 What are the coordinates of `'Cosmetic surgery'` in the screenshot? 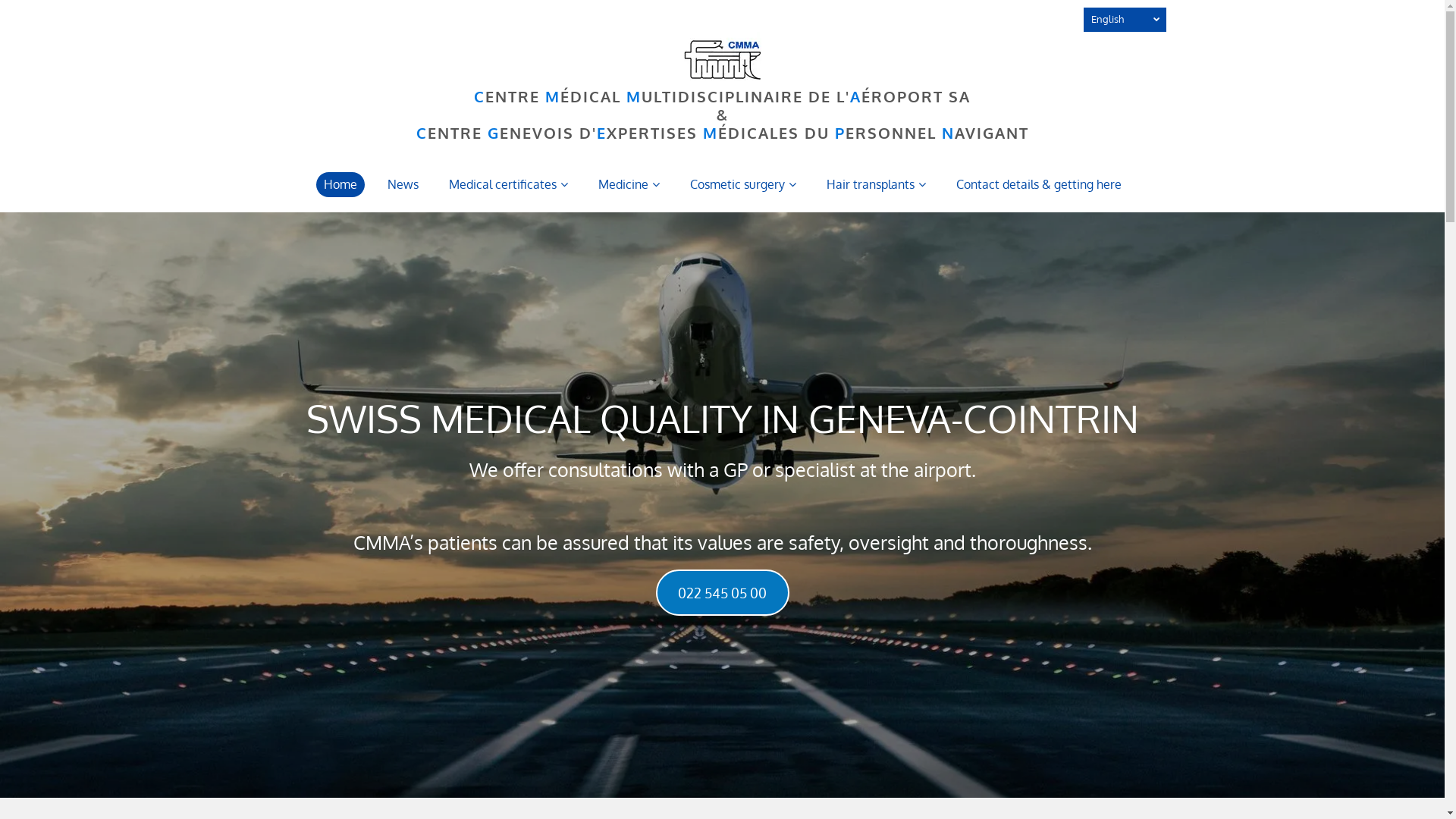 It's located at (742, 184).